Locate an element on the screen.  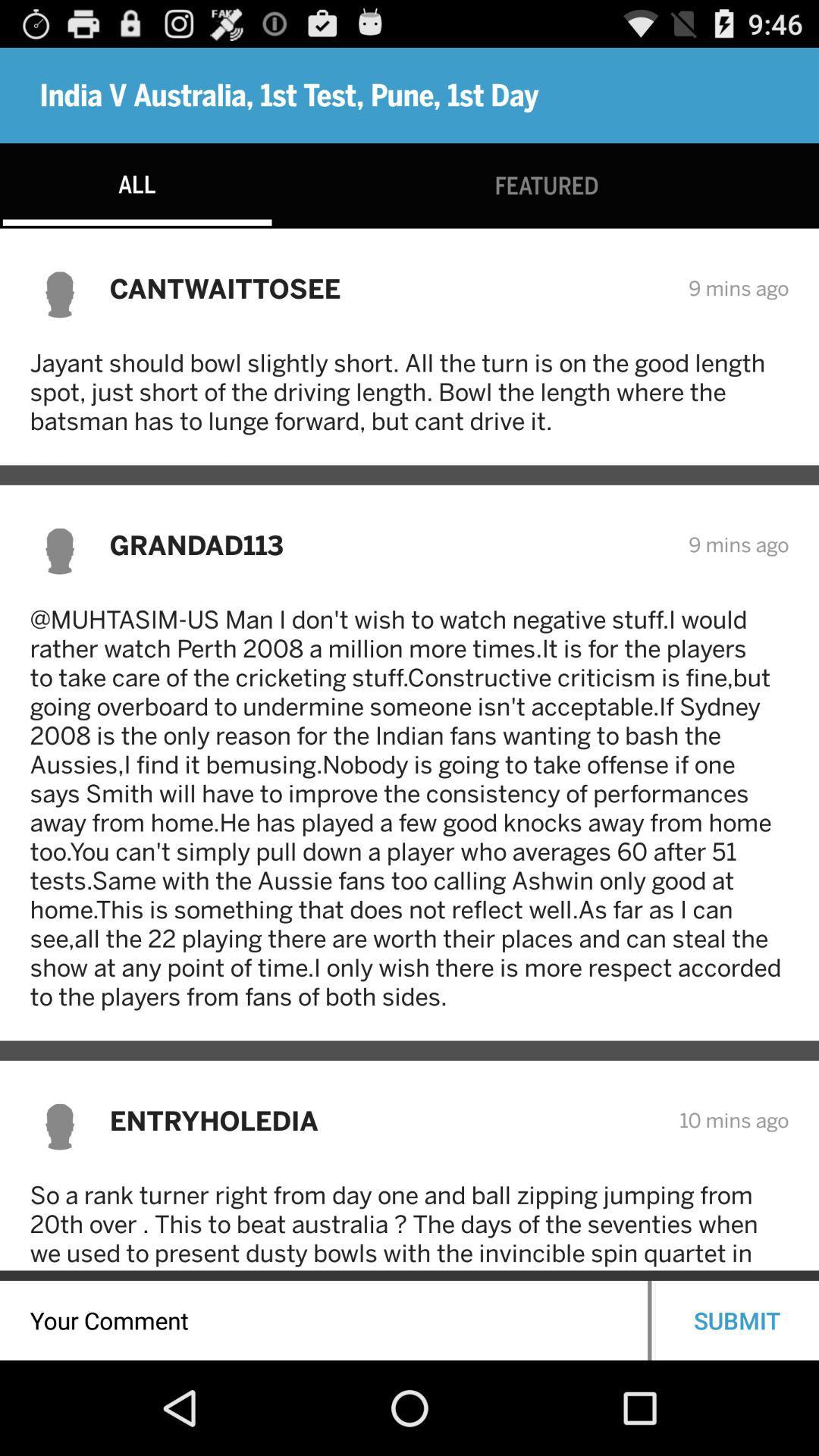
the entryholedia item is located at coordinates (384, 1120).